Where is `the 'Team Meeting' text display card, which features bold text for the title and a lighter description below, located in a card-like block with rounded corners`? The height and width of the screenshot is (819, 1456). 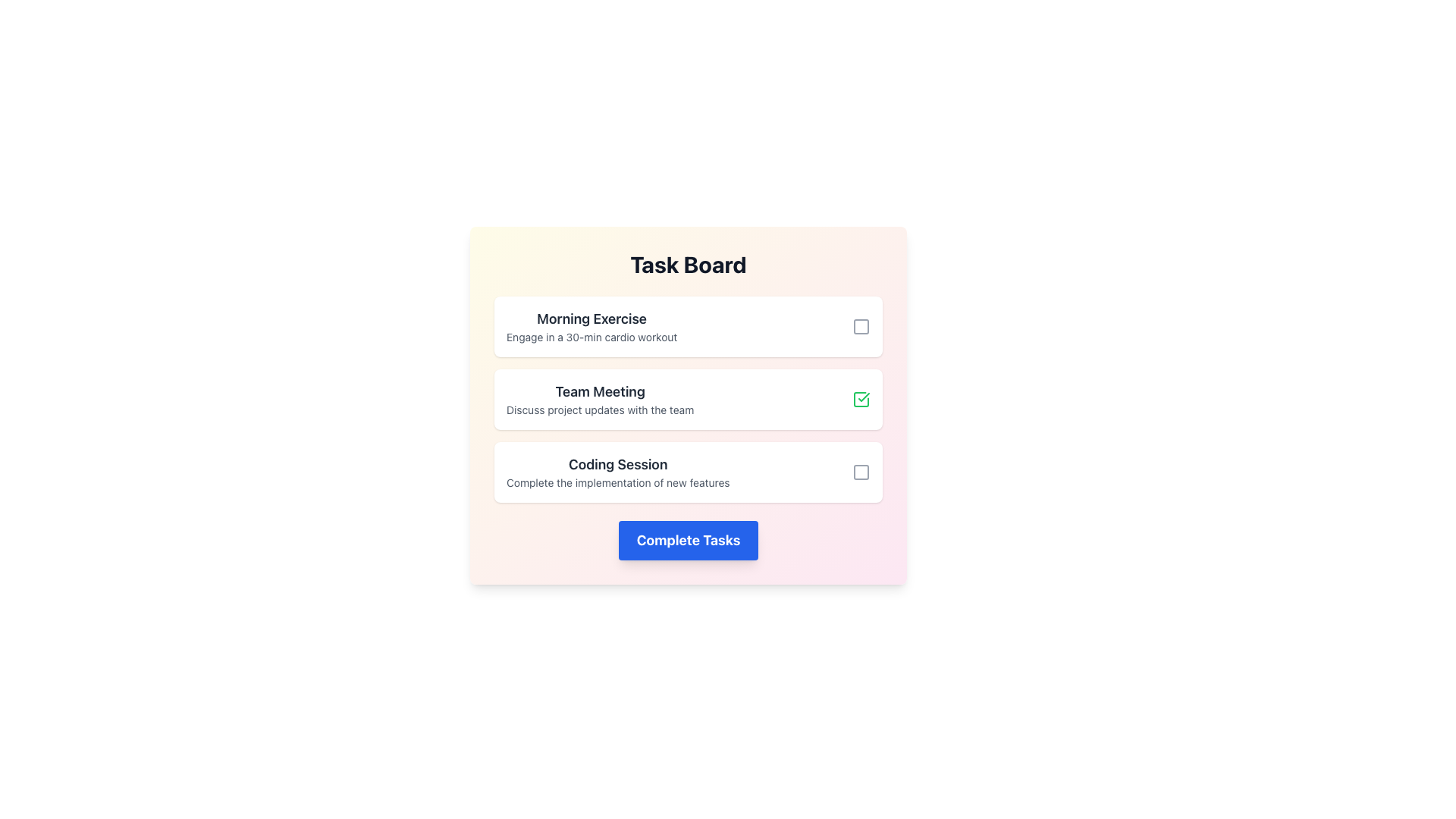
the 'Team Meeting' text display card, which features bold text for the title and a lighter description below, located in a card-like block with rounded corners is located at coordinates (599, 399).